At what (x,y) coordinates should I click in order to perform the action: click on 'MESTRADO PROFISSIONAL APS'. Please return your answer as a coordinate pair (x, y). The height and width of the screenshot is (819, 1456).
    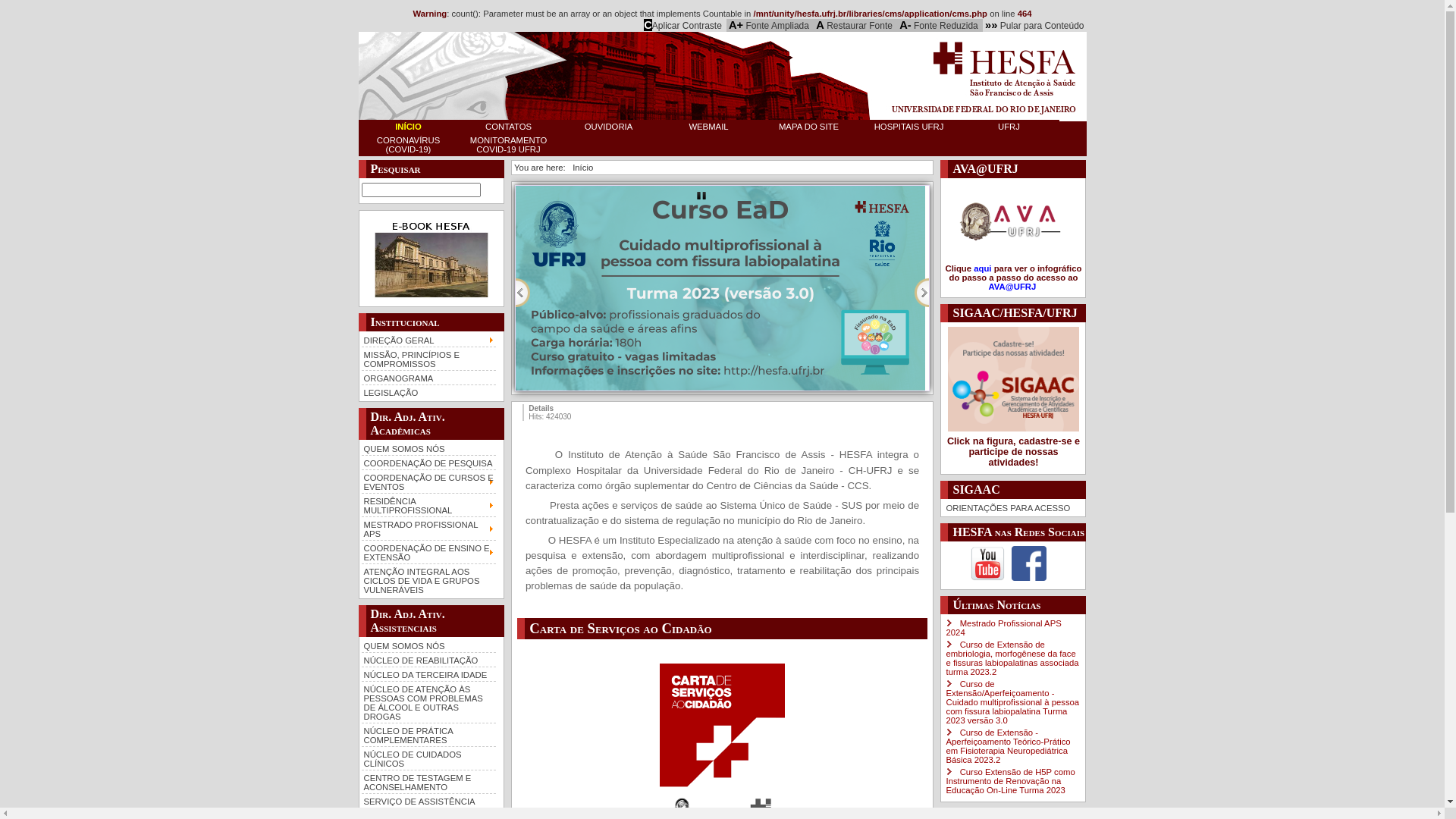
    Looking at the image, I should click on (428, 527).